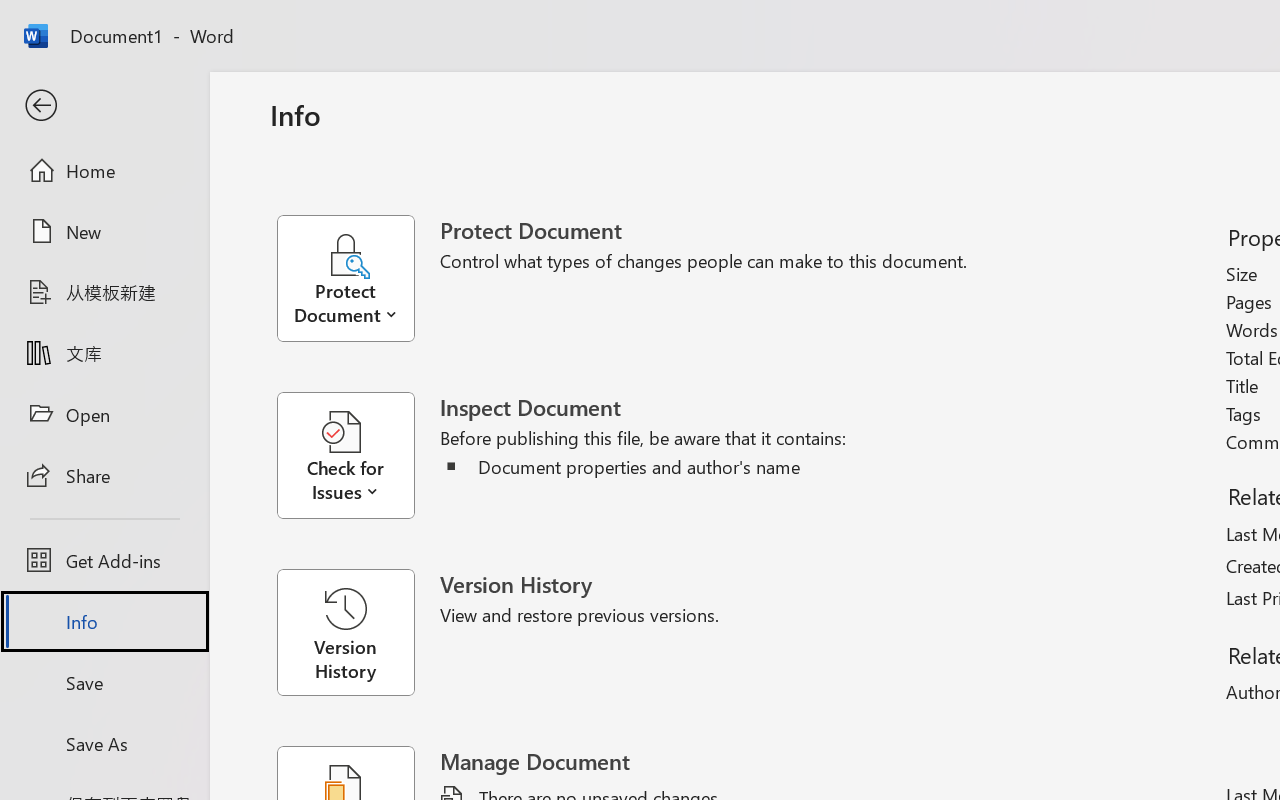 This screenshot has width=1280, height=800. What do you see at coordinates (358, 454) in the screenshot?
I see `'Check for Issues'` at bounding box center [358, 454].